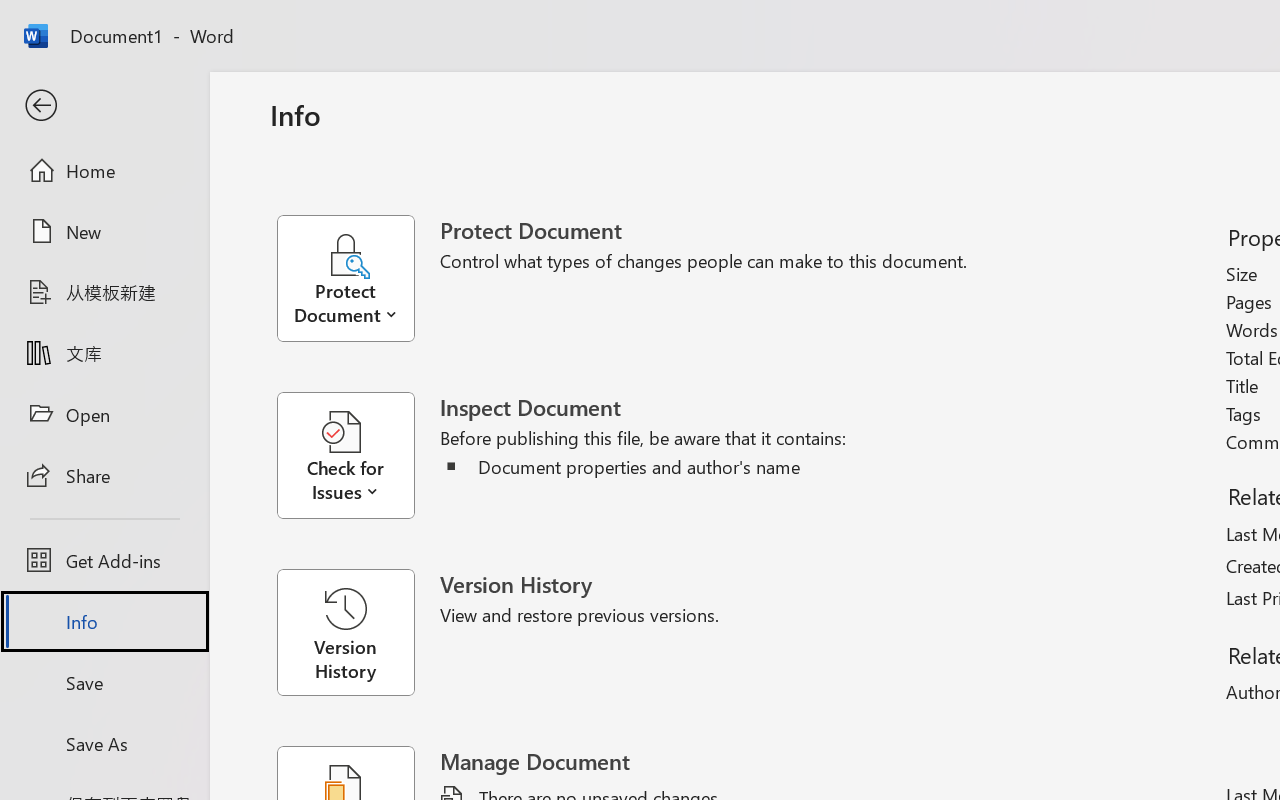 This screenshot has width=1280, height=800. What do you see at coordinates (358, 454) in the screenshot?
I see `'Check for Issues'` at bounding box center [358, 454].